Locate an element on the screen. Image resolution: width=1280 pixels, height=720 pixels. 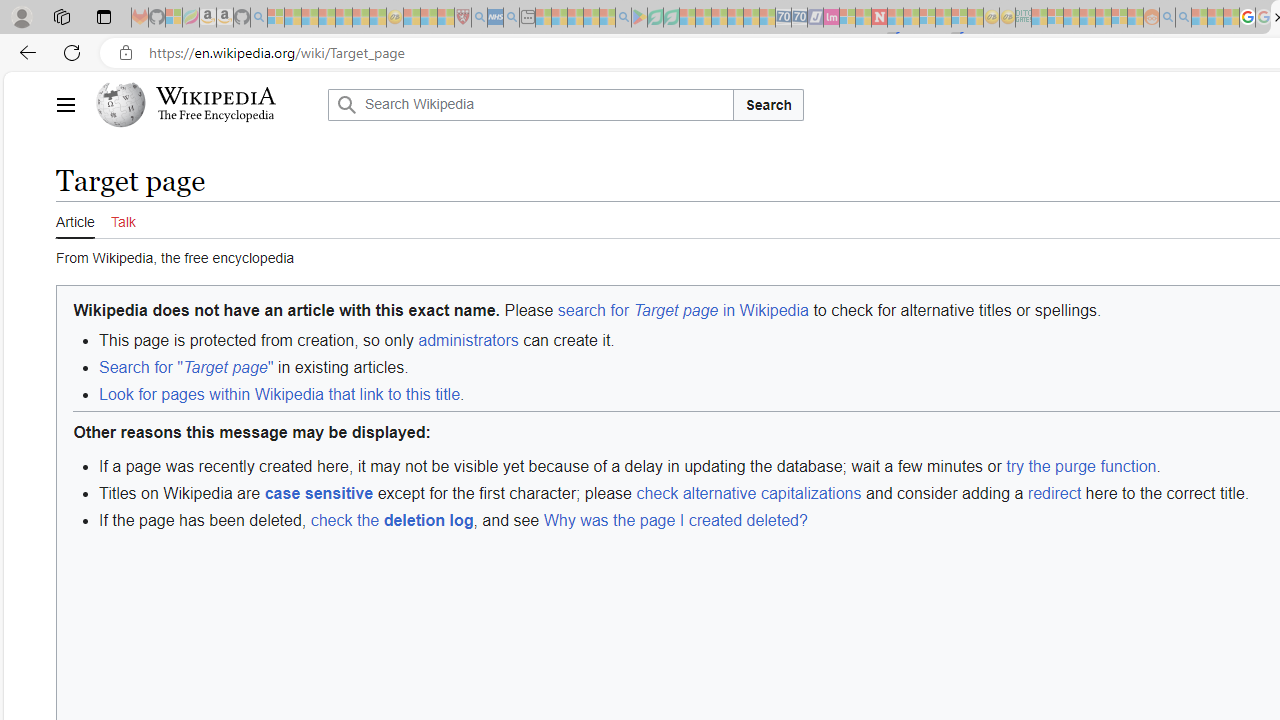
'Jobs - lastminute.com Investor Portal - Sleeping' is located at coordinates (831, 17).